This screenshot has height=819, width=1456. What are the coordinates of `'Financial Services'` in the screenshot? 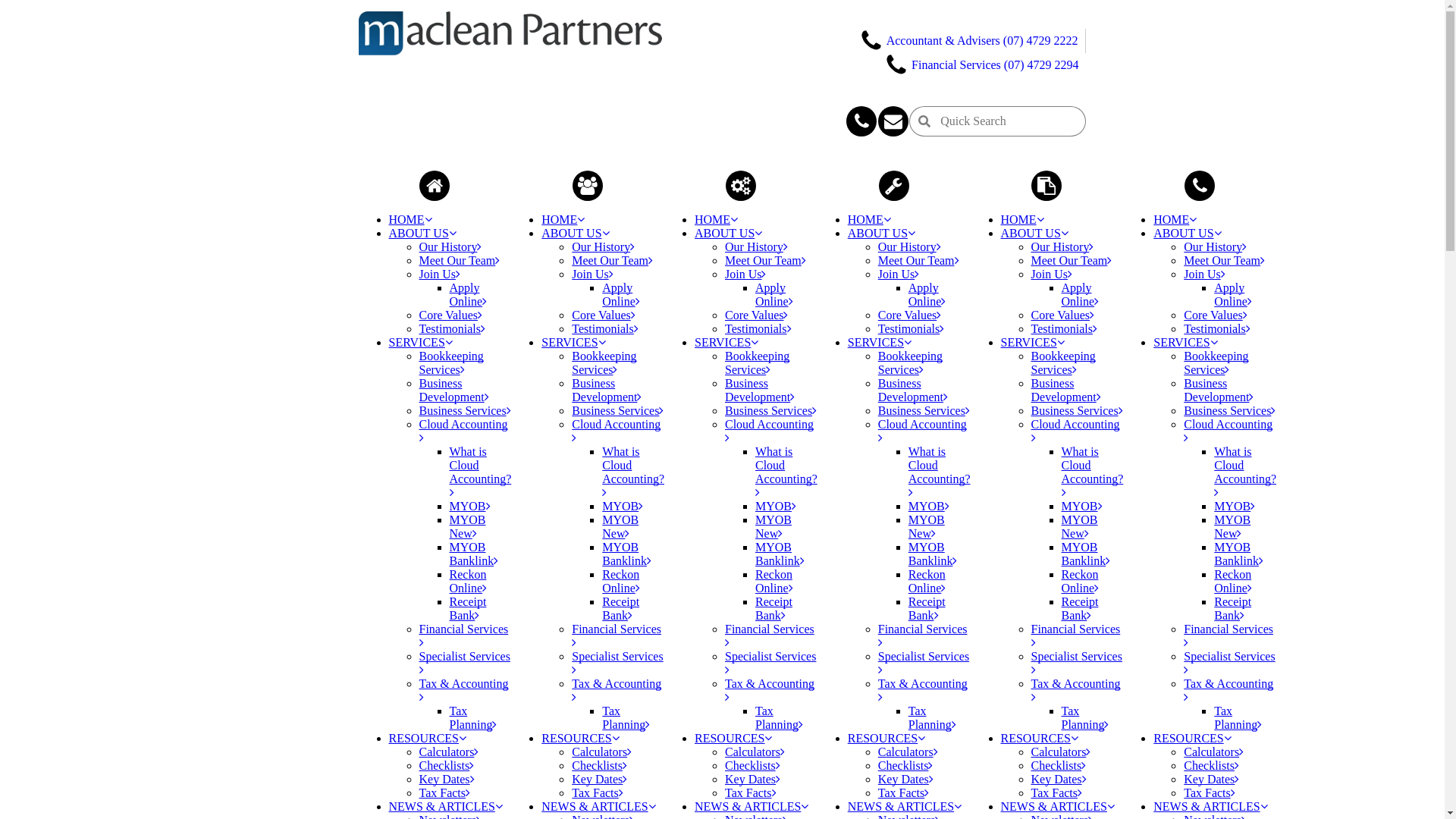 It's located at (1075, 635).